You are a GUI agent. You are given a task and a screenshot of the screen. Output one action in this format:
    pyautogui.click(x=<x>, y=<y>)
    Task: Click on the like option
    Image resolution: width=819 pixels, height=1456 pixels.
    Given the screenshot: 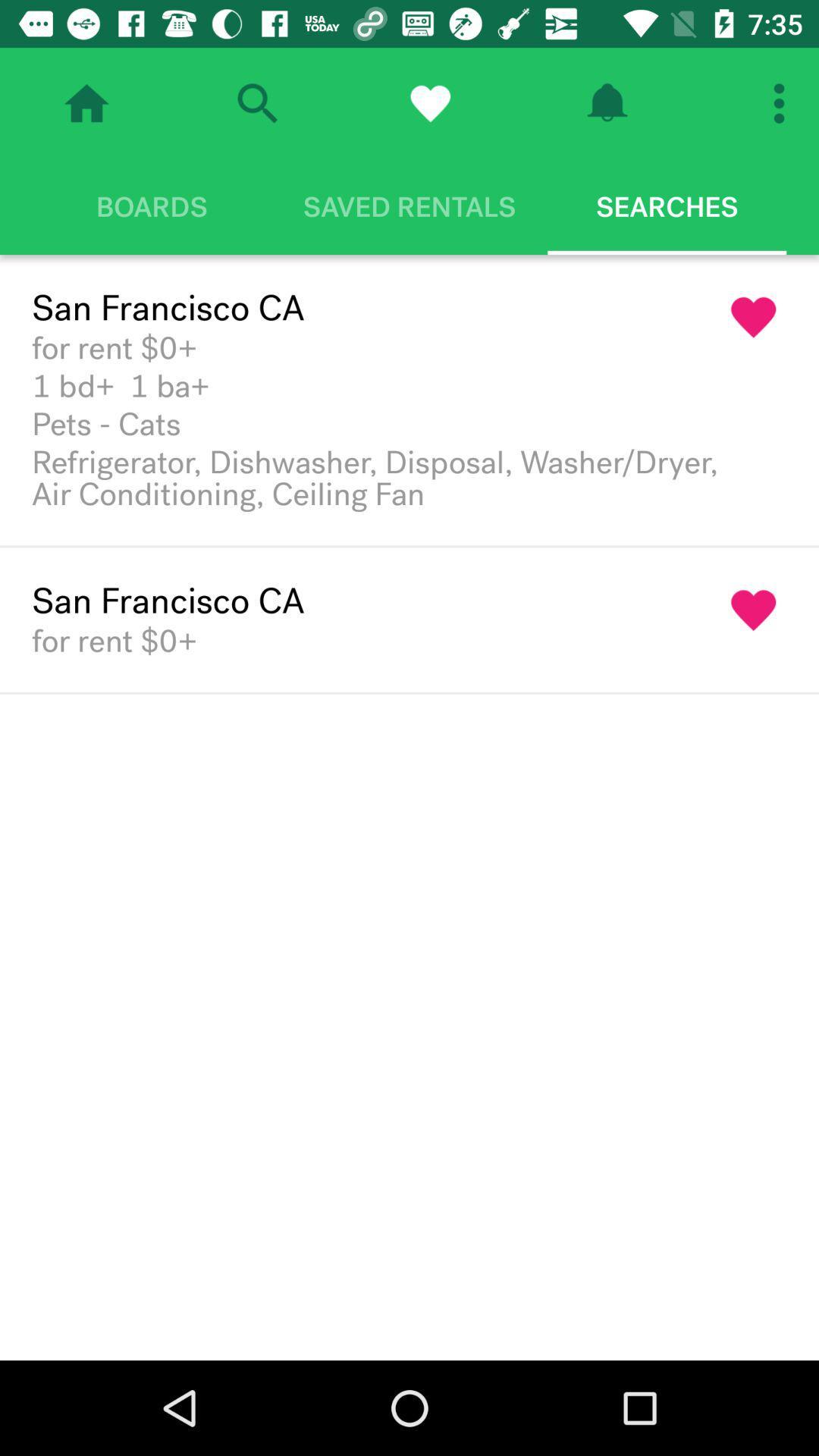 What is the action you would take?
    pyautogui.click(x=430, y=102)
    